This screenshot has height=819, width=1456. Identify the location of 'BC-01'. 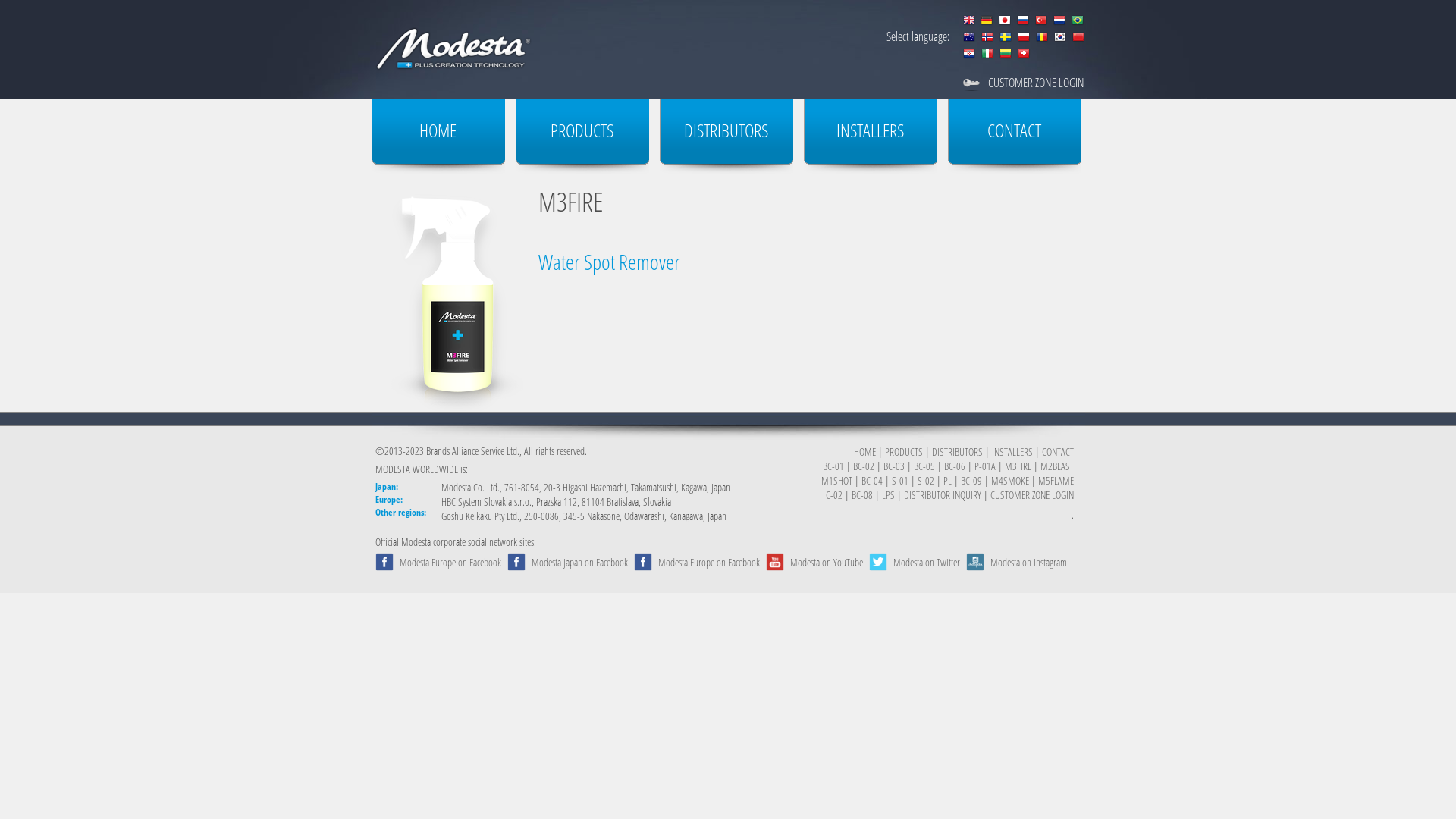
(833, 465).